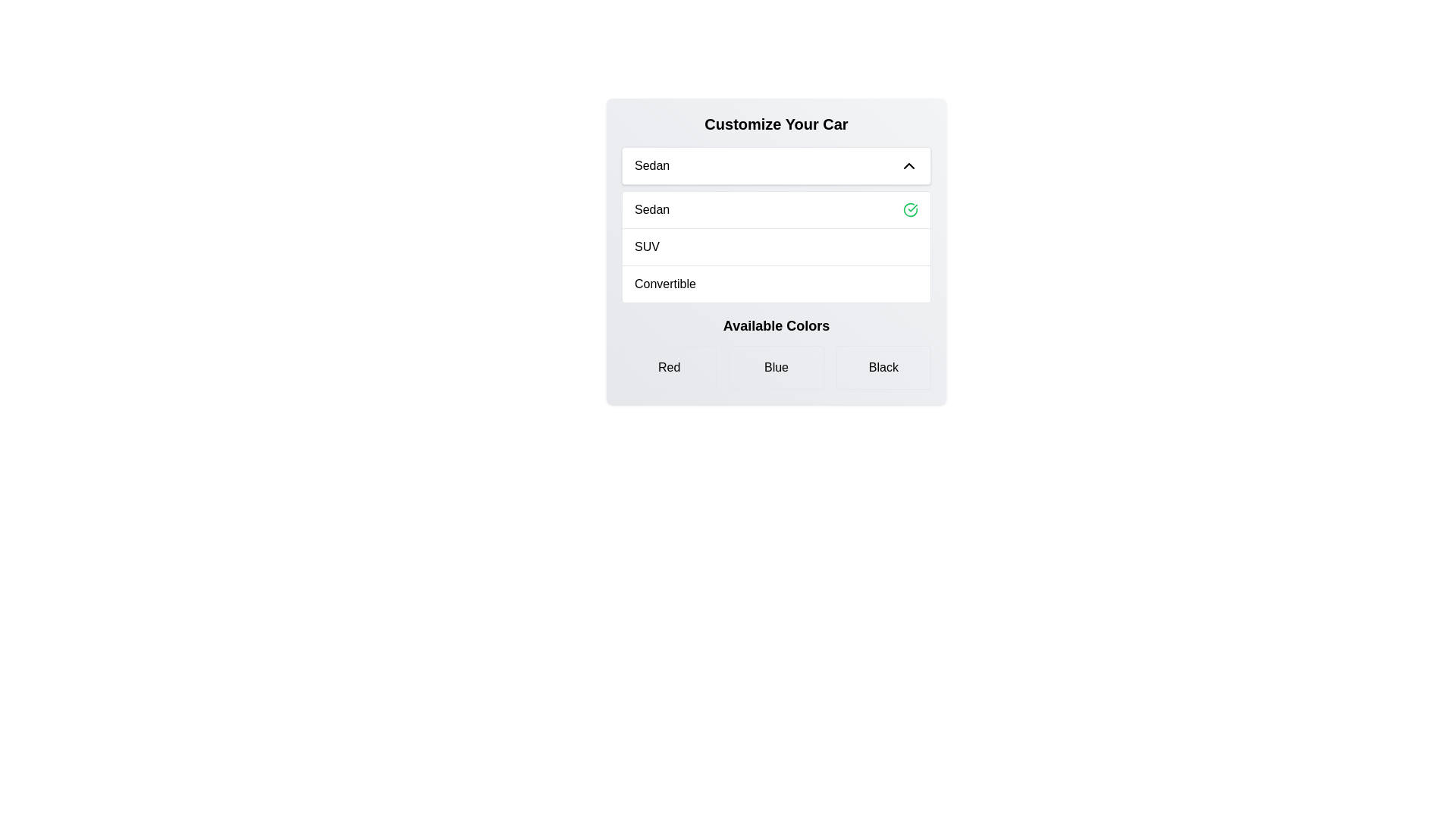 The width and height of the screenshot is (1456, 819). What do you see at coordinates (776, 245) in the screenshot?
I see `the middle option 'SUV' in the car customization menu` at bounding box center [776, 245].